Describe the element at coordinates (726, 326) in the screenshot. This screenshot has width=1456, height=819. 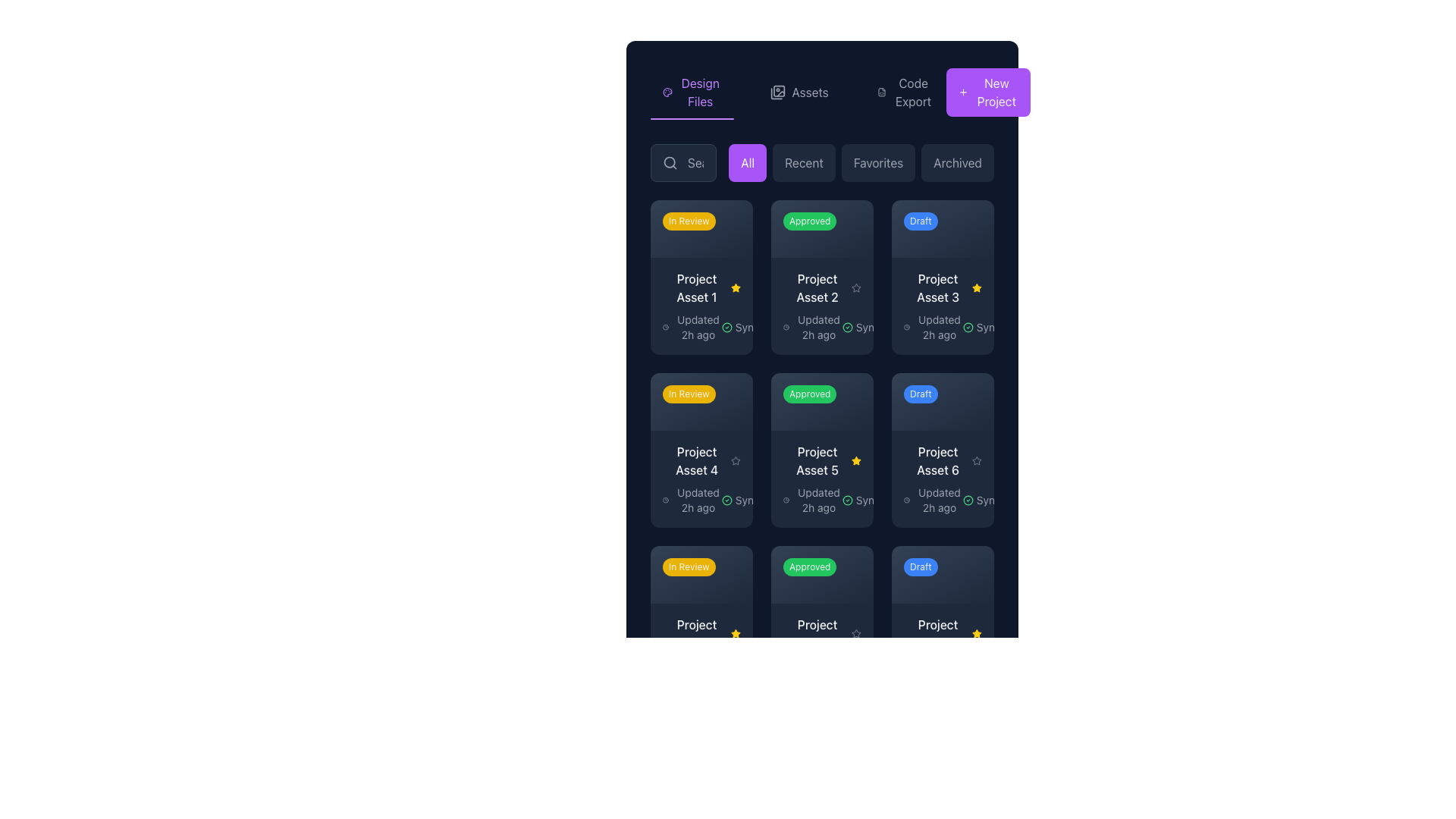
I see `the small circular green checkmark icon located to the left of the text 'Synced' in the 'Project Asset 1' card` at that location.